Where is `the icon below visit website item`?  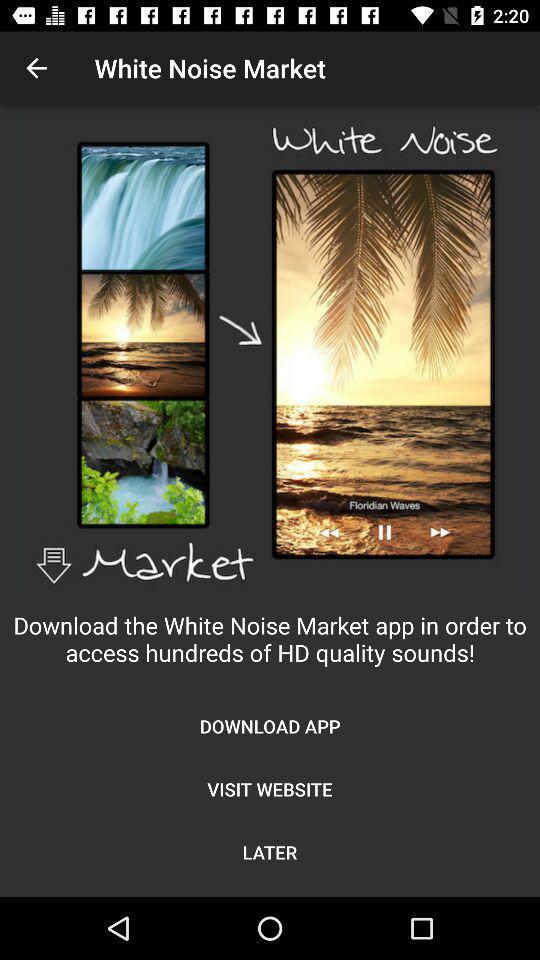
the icon below visit website item is located at coordinates (270, 851).